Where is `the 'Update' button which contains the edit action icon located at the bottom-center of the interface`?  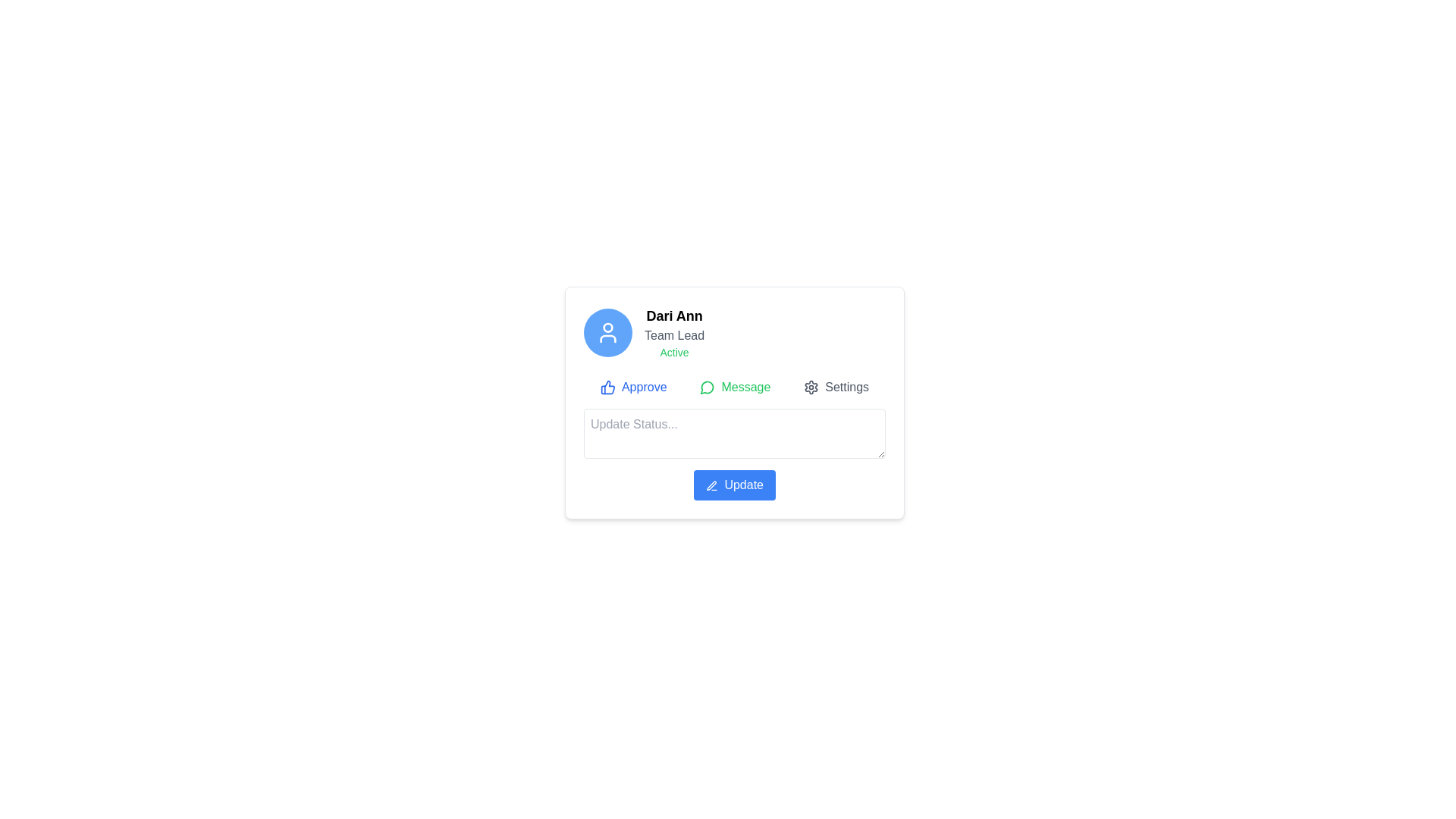 the 'Update' button which contains the edit action icon located at the bottom-center of the interface is located at coordinates (711, 485).